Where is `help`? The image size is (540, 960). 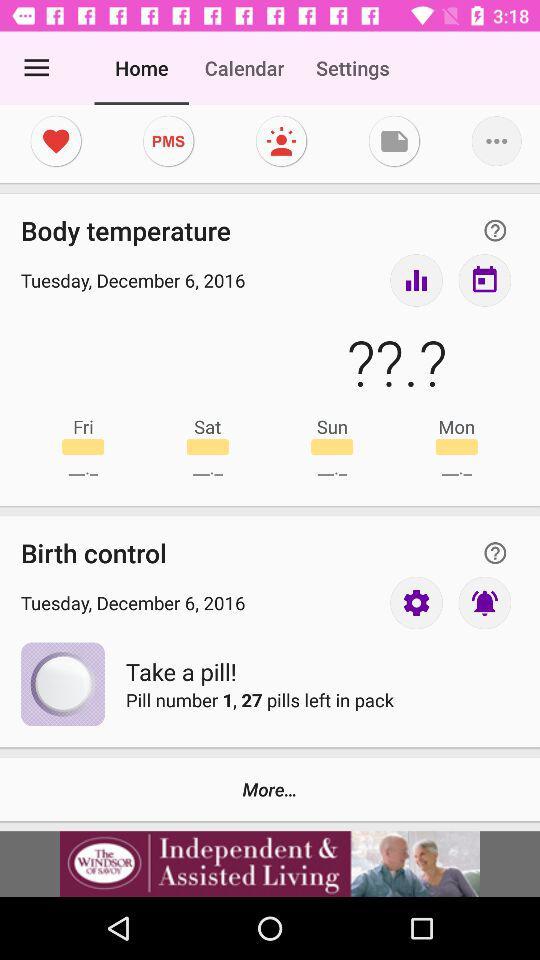
help is located at coordinates (494, 553).